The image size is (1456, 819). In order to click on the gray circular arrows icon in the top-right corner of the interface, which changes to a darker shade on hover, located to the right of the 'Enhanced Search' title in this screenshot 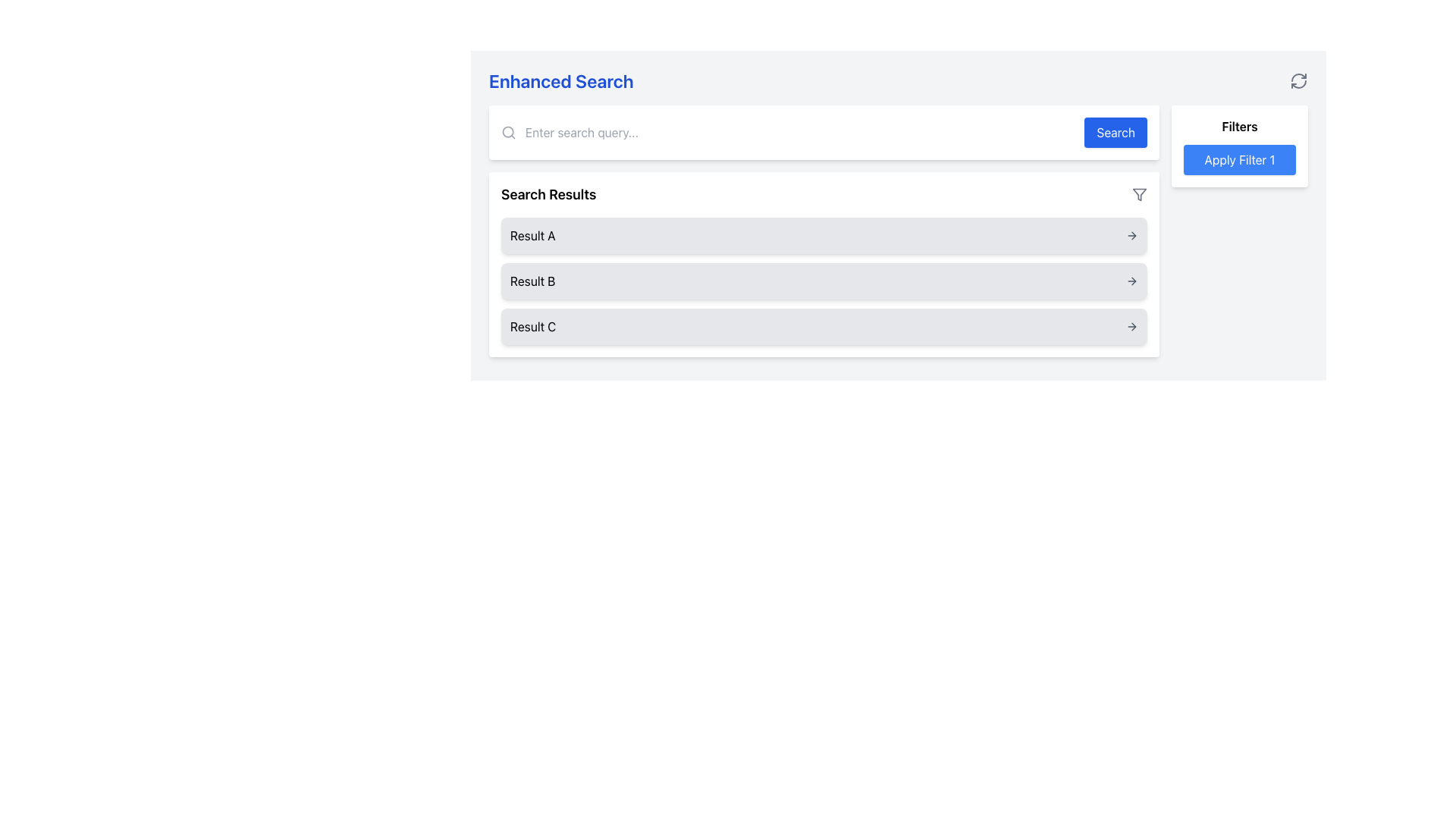, I will do `click(1298, 81)`.